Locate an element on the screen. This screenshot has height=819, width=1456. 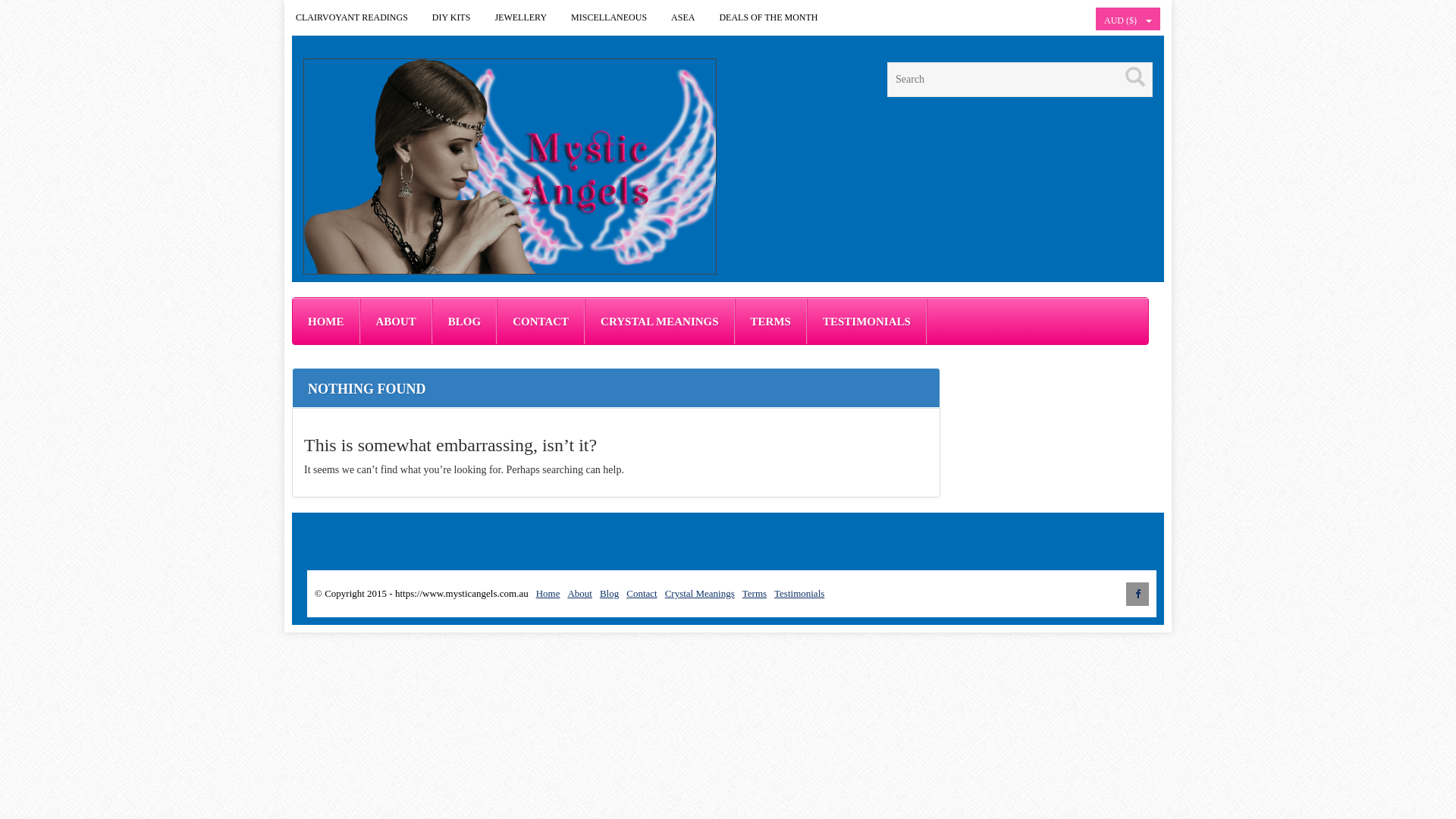
'CLAIRVOYANT READINGS' is located at coordinates (351, 17).